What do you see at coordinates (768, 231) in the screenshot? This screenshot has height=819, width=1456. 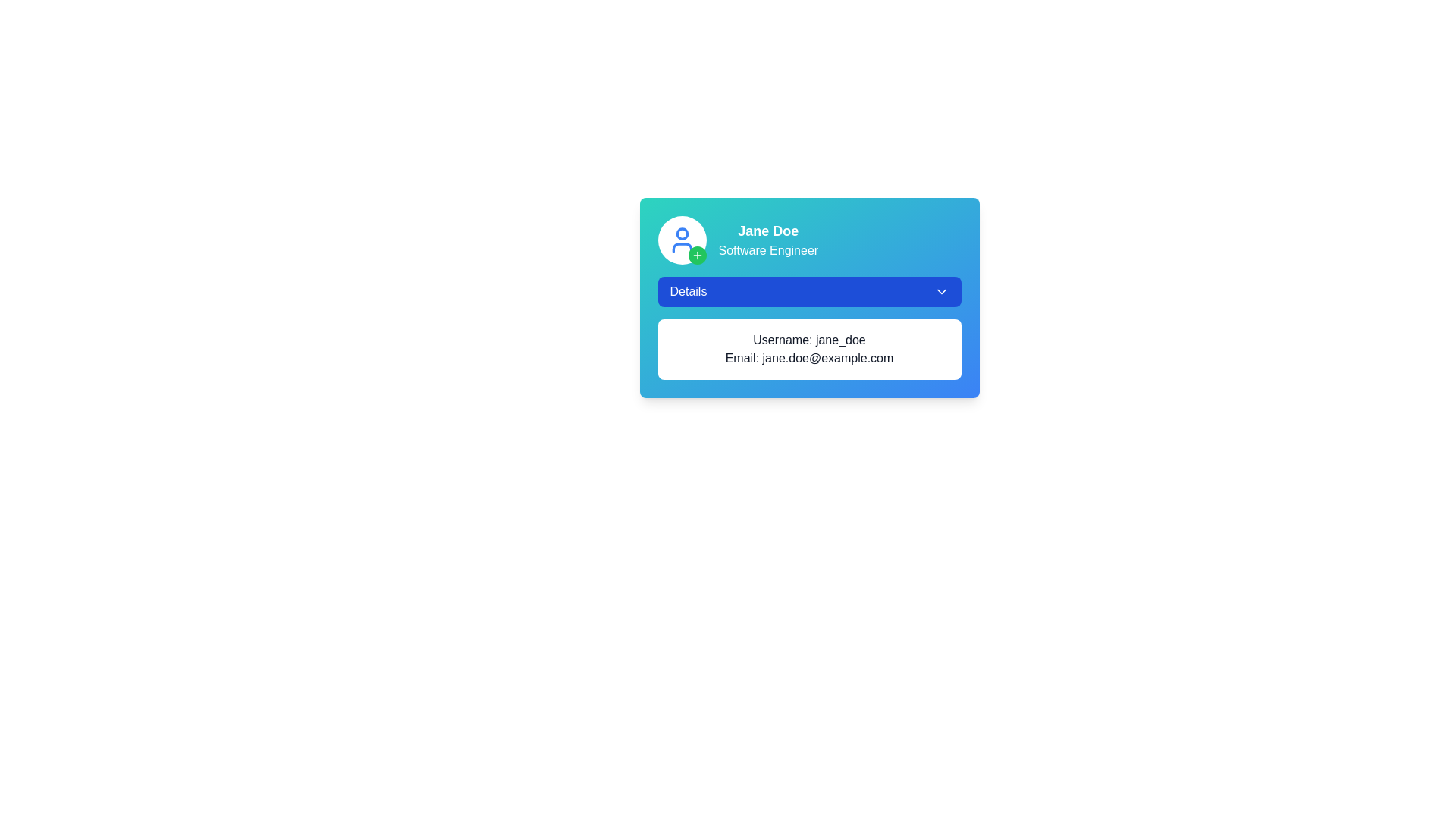 I see `text displayed in the user name Text Label, which is located at the top section of the card layout, above the 'Software Engineer' text and slightly to the right of the avatar image` at bounding box center [768, 231].